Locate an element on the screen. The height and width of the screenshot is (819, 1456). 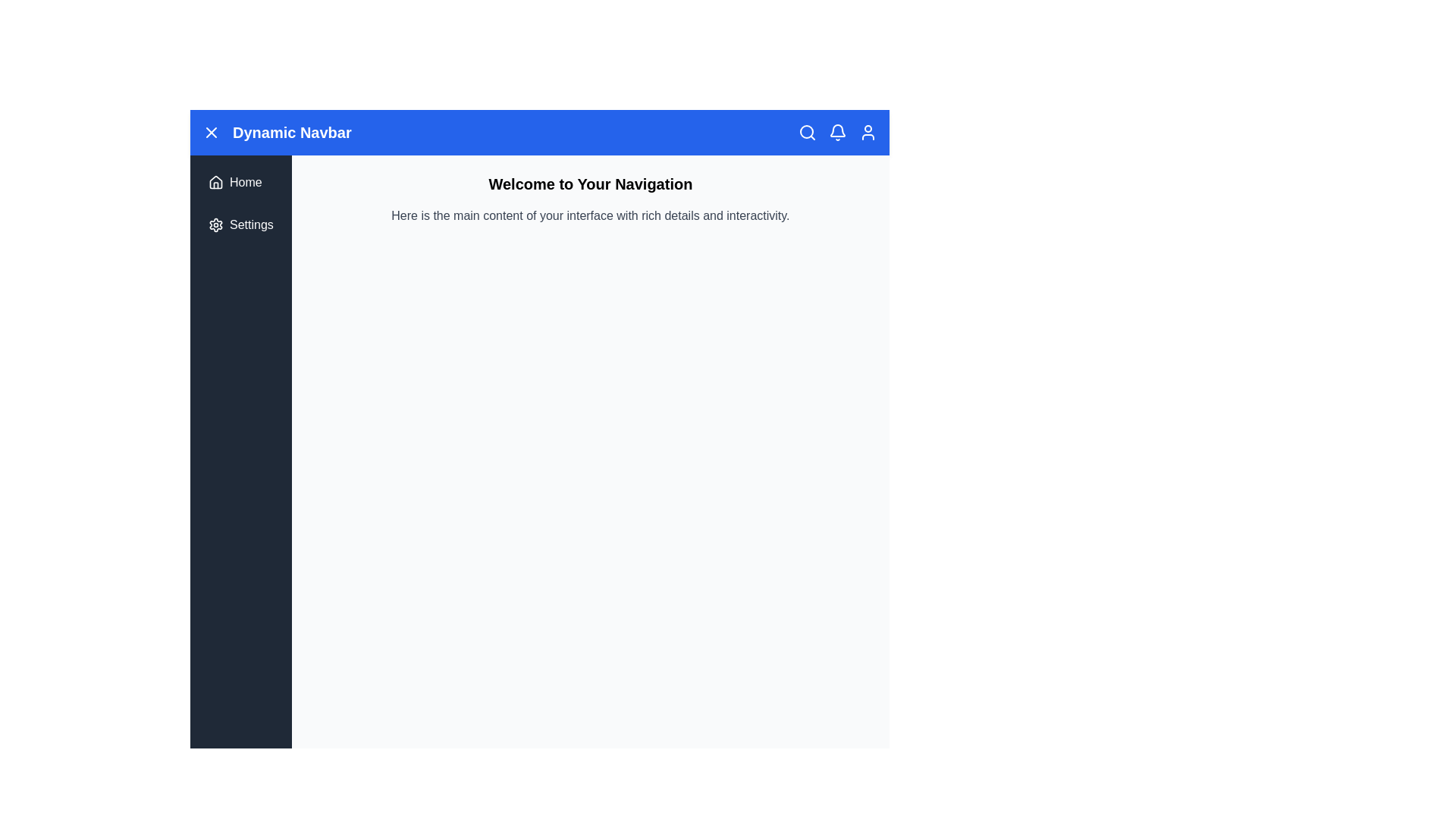
the notification indicator icon located in the top-right navigation bar is located at coordinates (836, 131).